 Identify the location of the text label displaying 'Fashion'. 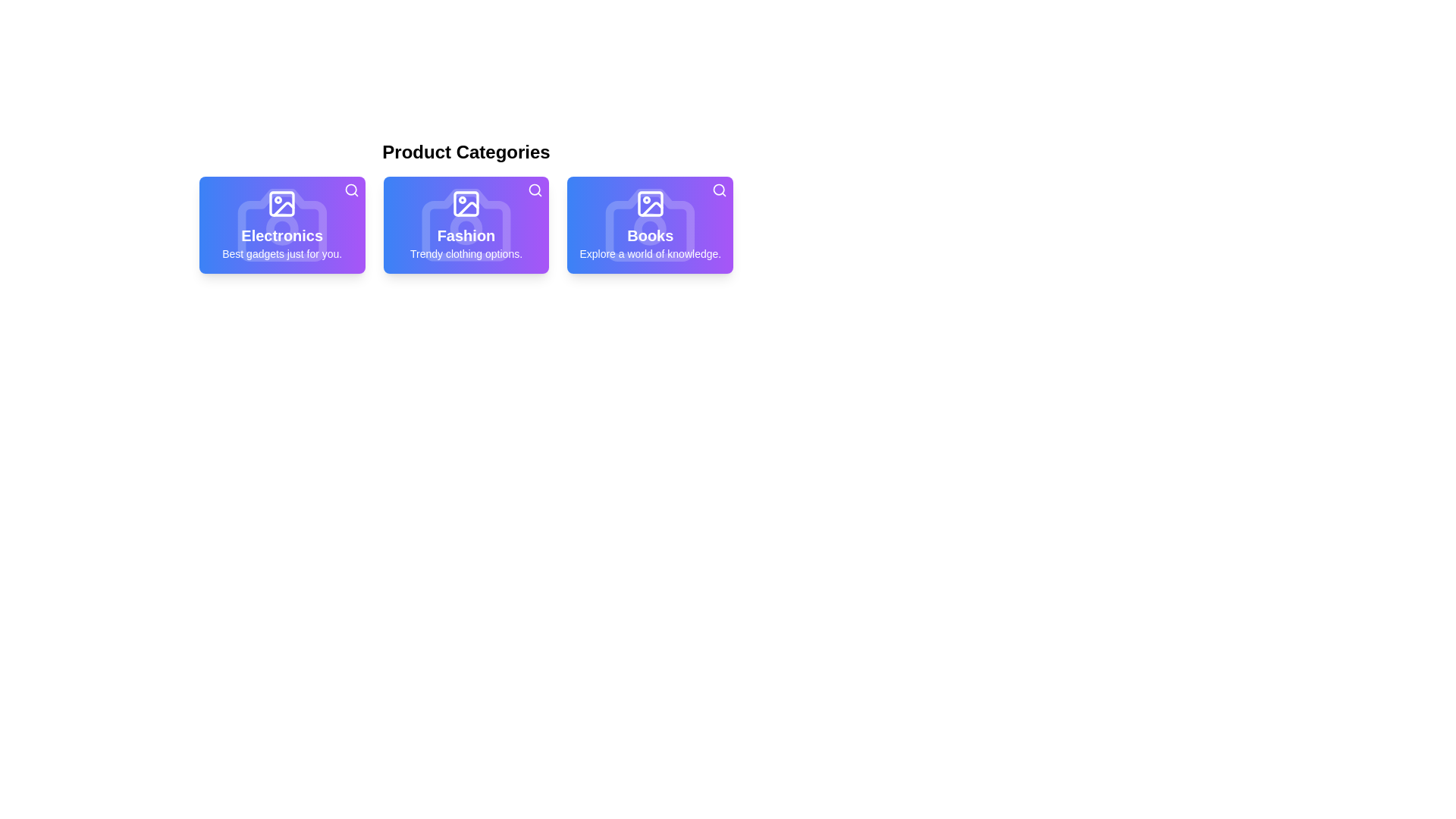
(465, 236).